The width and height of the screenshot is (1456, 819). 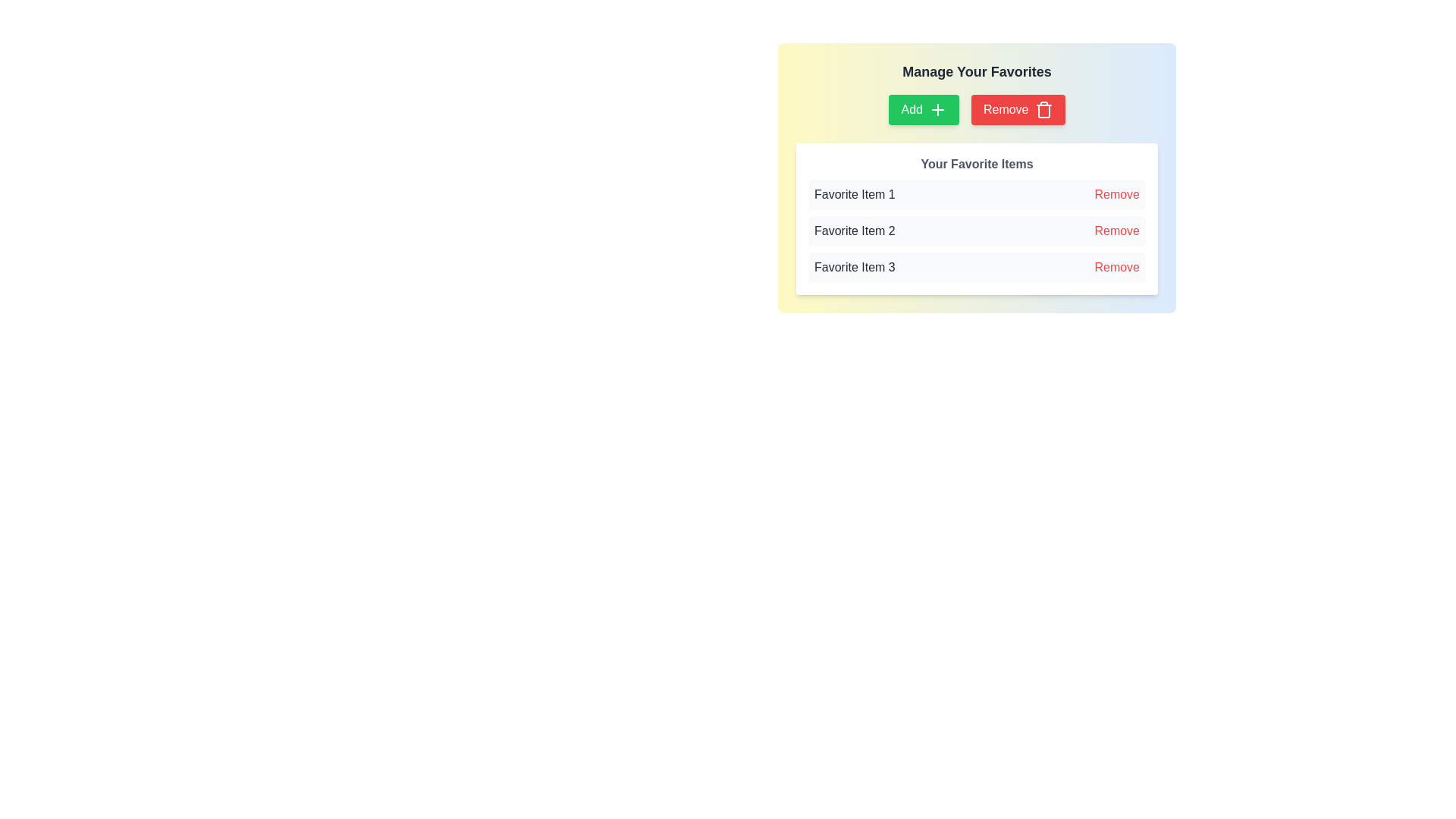 What do you see at coordinates (1117, 231) in the screenshot?
I see `the red 'Remove' text label, which is located at the right end of the row labeled 'Favorite Item 2' within the list of favorite items` at bounding box center [1117, 231].